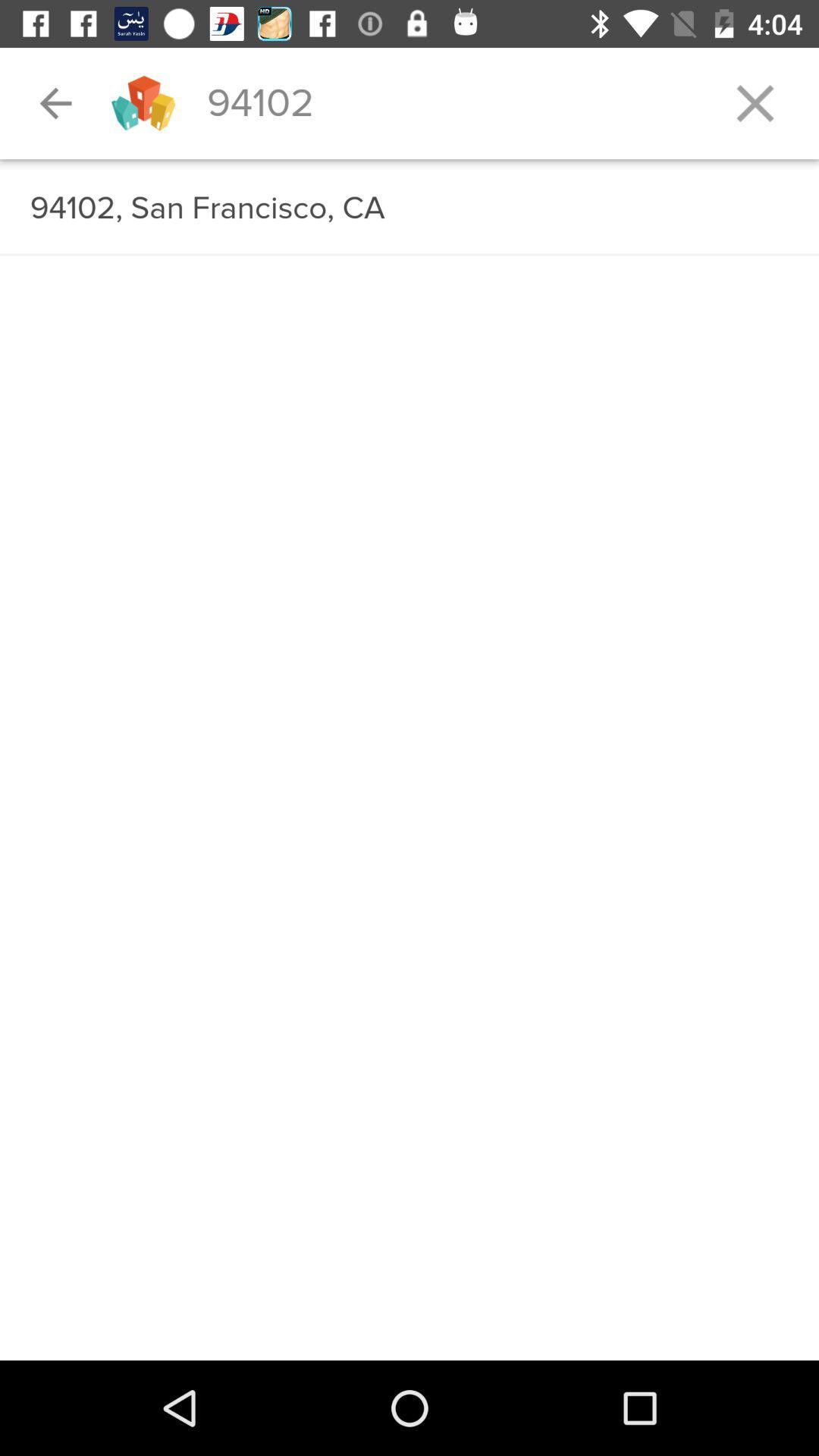 The image size is (819, 1456). Describe the element at coordinates (409, 160) in the screenshot. I see `item below the 94102 item` at that location.